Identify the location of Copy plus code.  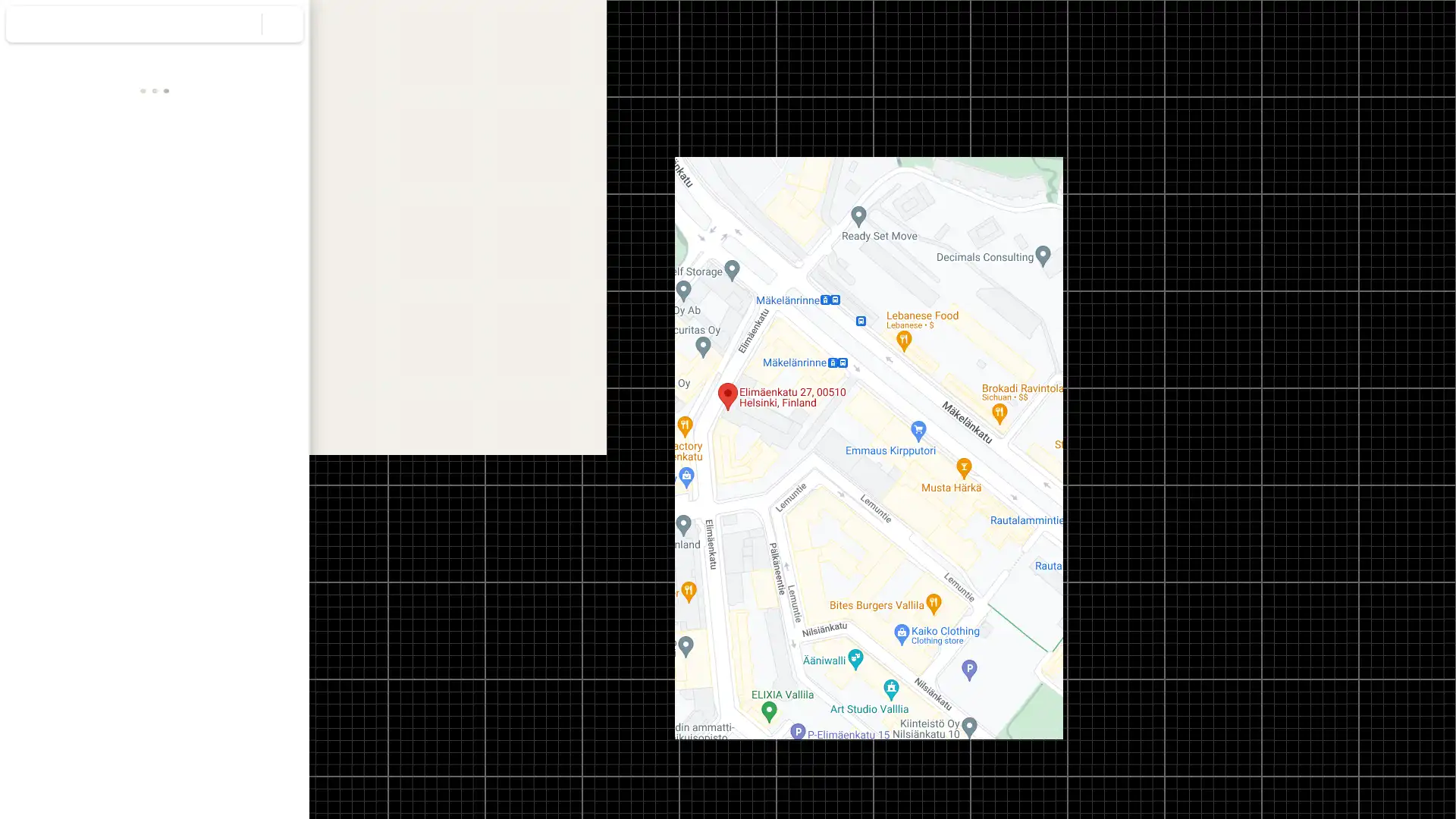
(249, 362).